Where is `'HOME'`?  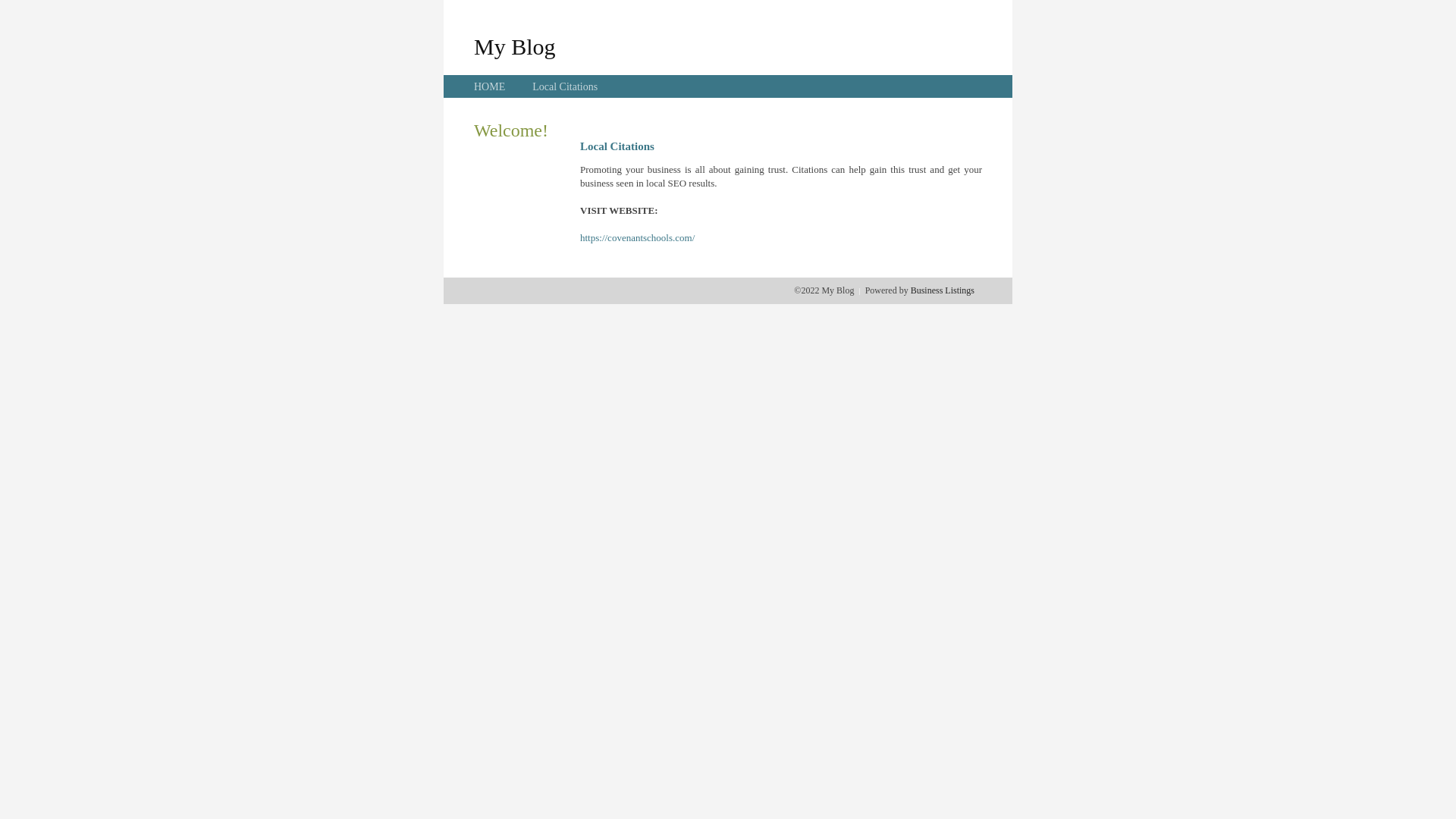 'HOME' is located at coordinates (489, 86).